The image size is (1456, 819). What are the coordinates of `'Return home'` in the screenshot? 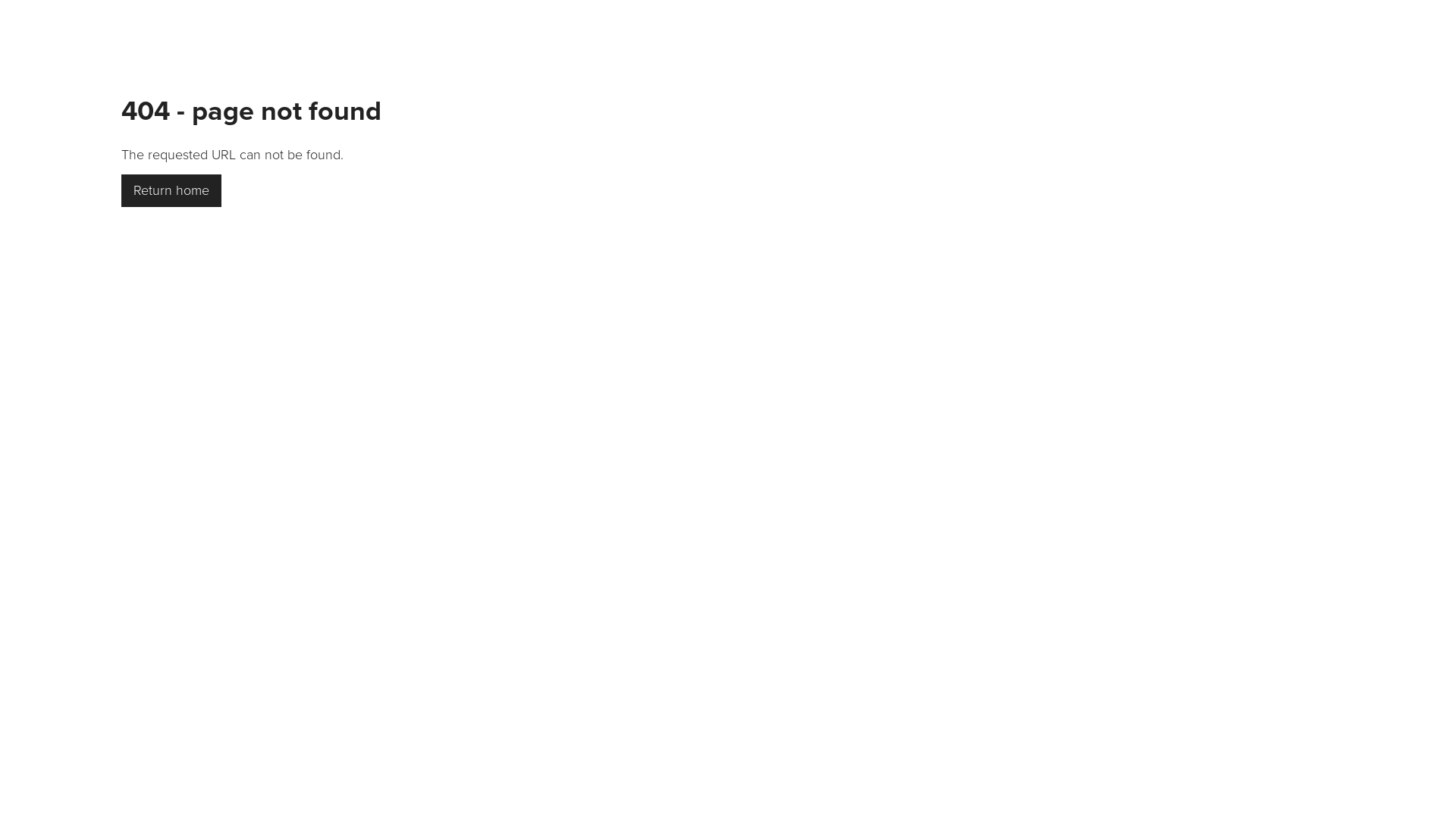 It's located at (120, 190).